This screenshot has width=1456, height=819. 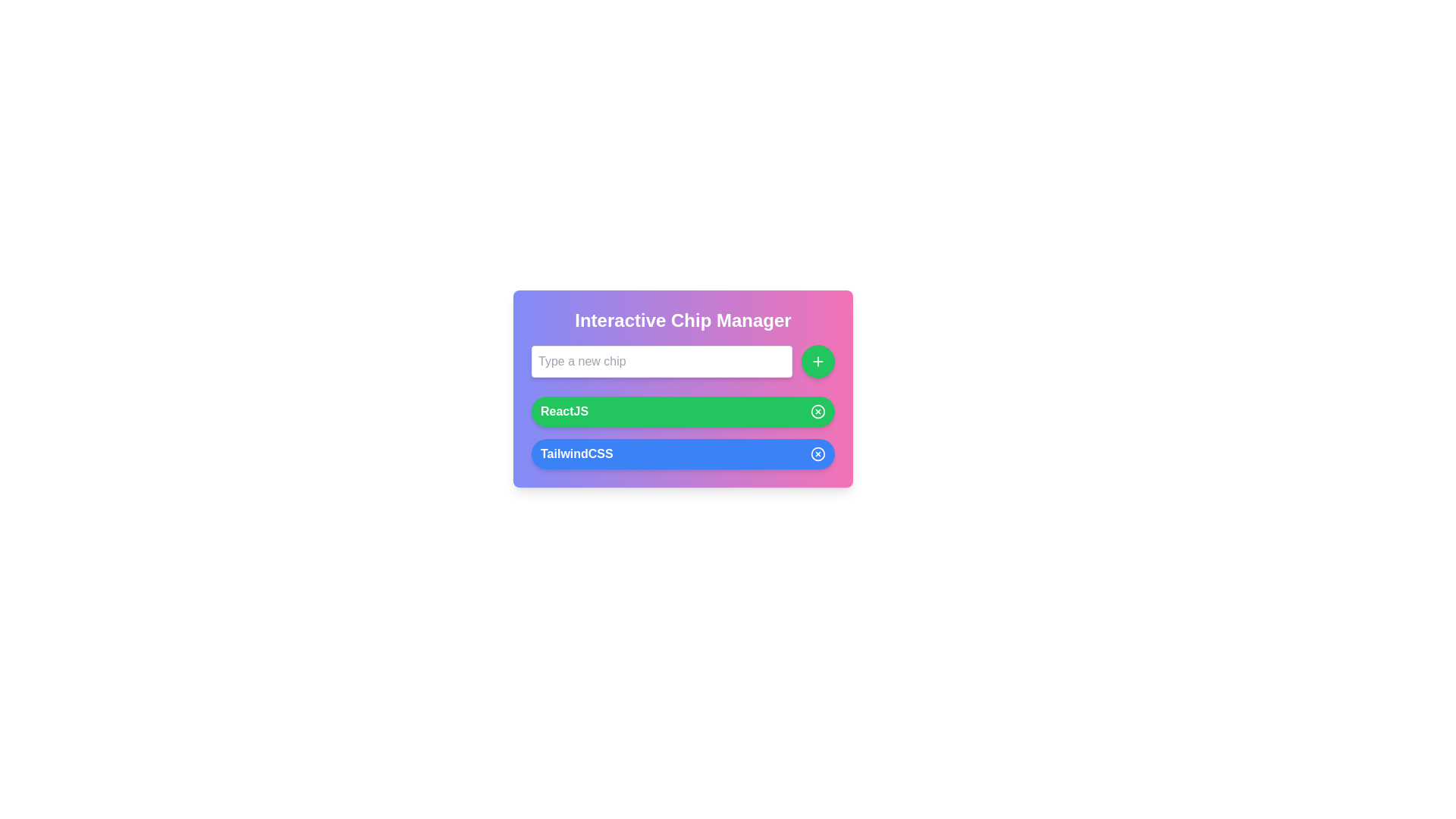 What do you see at coordinates (563, 412) in the screenshot?
I see `the Text label that identifies the green chip, which represents its content as 'ReactJS', located left-central above the 'TailwindCSS' chip` at bounding box center [563, 412].